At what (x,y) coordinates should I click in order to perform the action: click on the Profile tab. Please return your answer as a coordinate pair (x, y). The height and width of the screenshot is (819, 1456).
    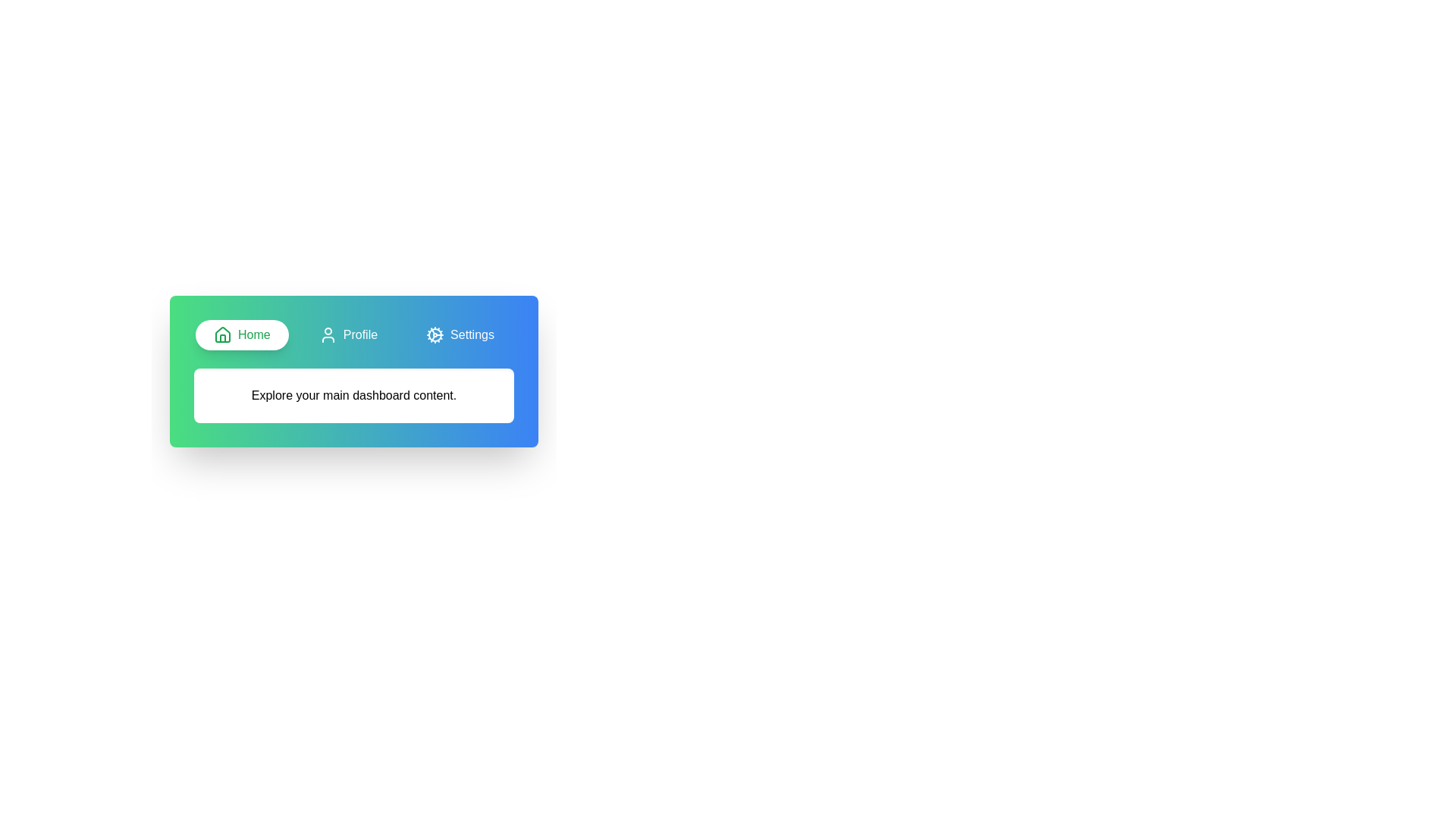
    Looking at the image, I should click on (347, 334).